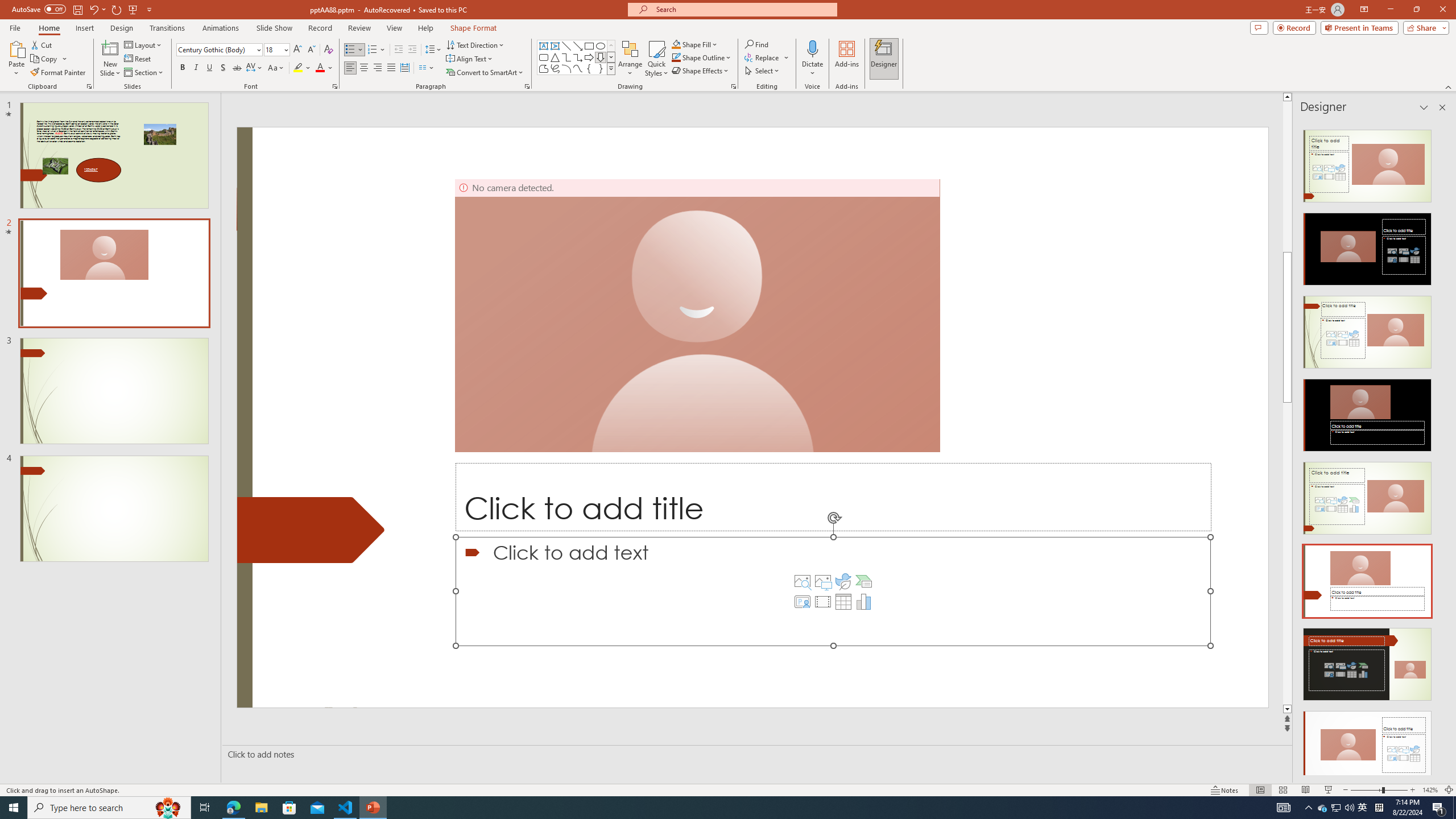  I want to click on 'Home', so click(48, 28).